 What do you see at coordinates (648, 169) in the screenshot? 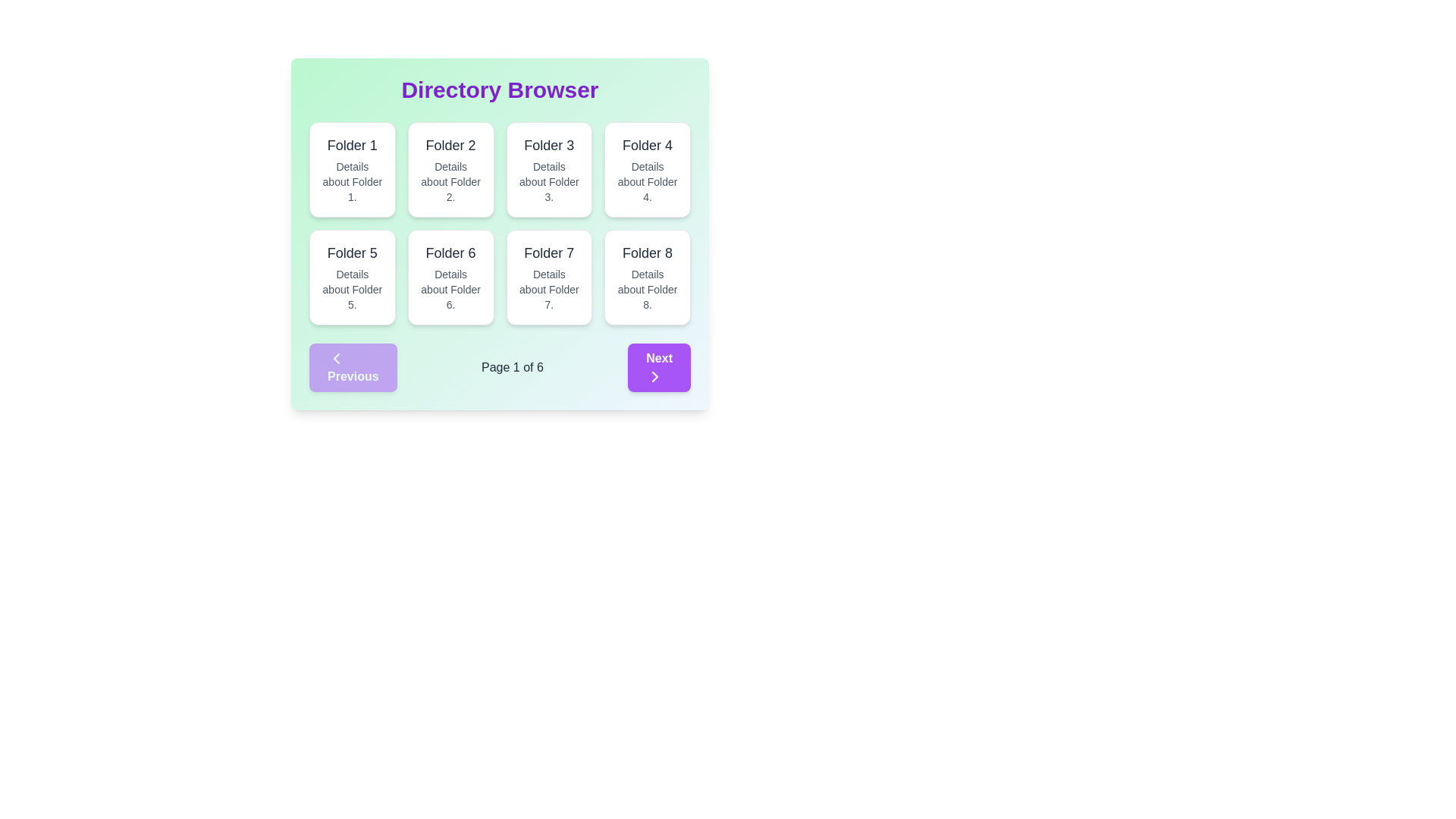
I see `the Informational Card that displays information related to 'Folder 4', located in the top-right corner of the grid` at bounding box center [648, 169].